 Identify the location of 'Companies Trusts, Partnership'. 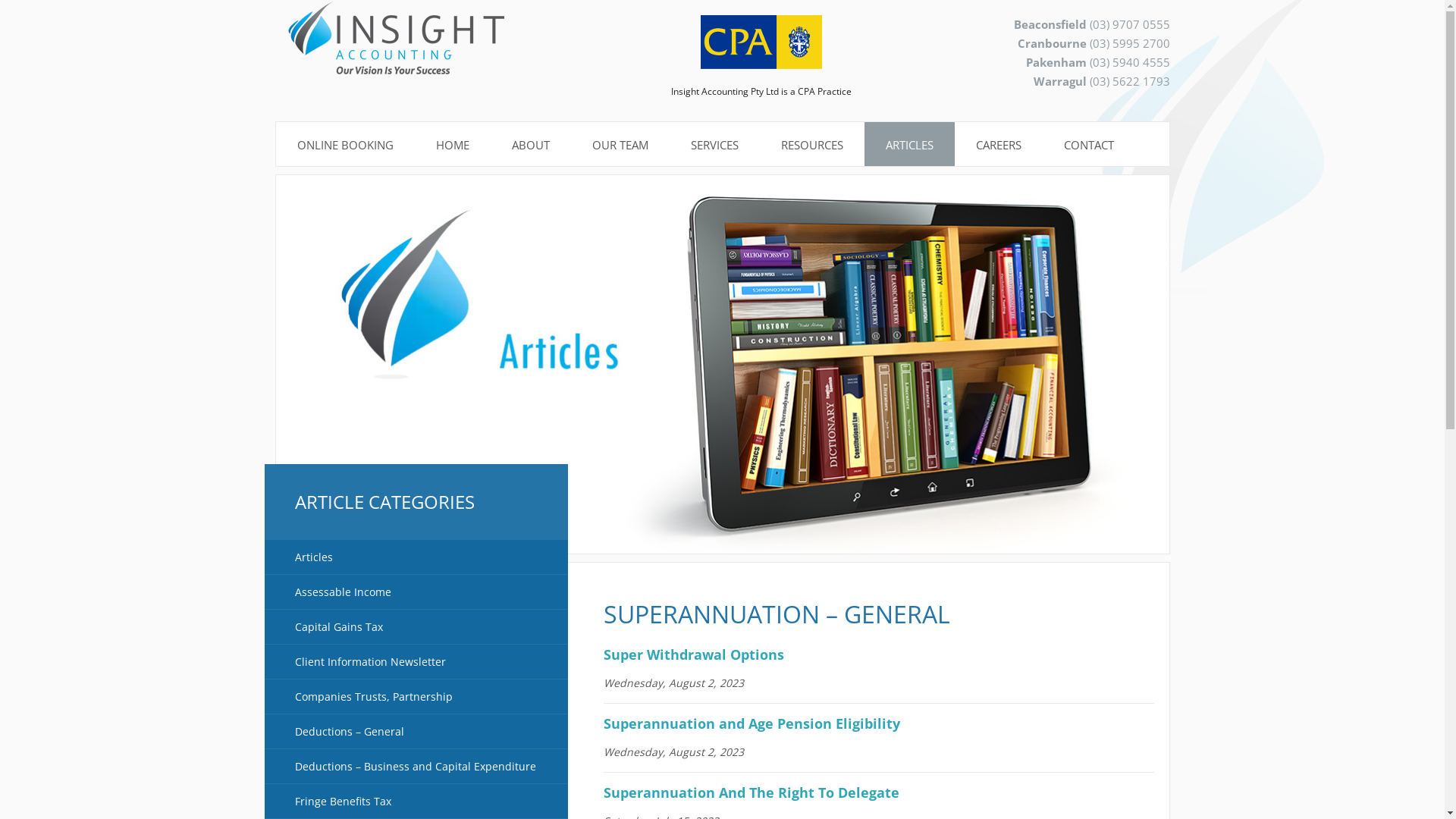
(415, 696).